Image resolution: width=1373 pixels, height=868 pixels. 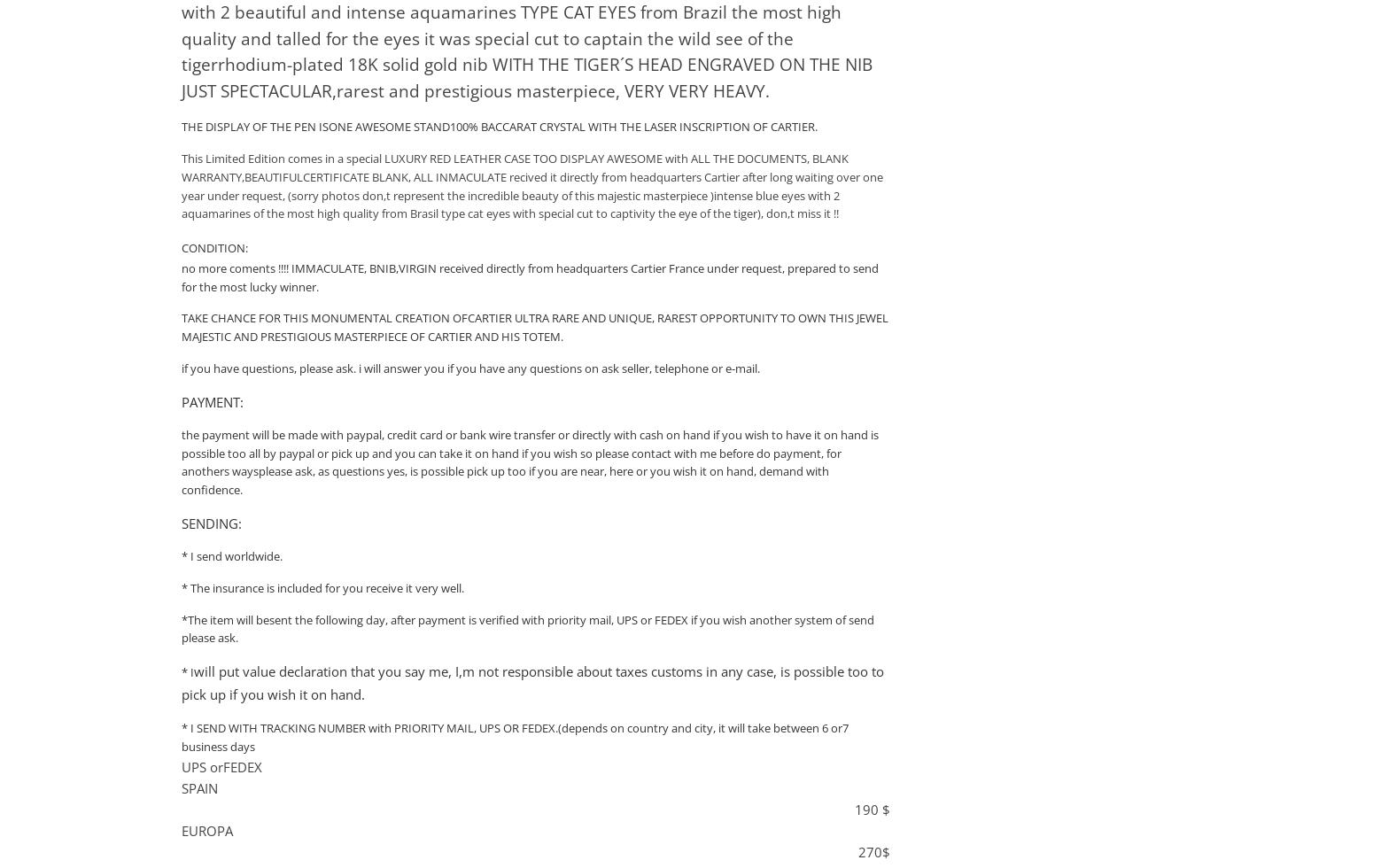 What do you see at coordinates (469, 368) in the screenshot?
I see `'if you have questions, please ask. i will answer you if you have any questions on ask seller, telephone or e-mail.'` at bounding box center [469, 368].